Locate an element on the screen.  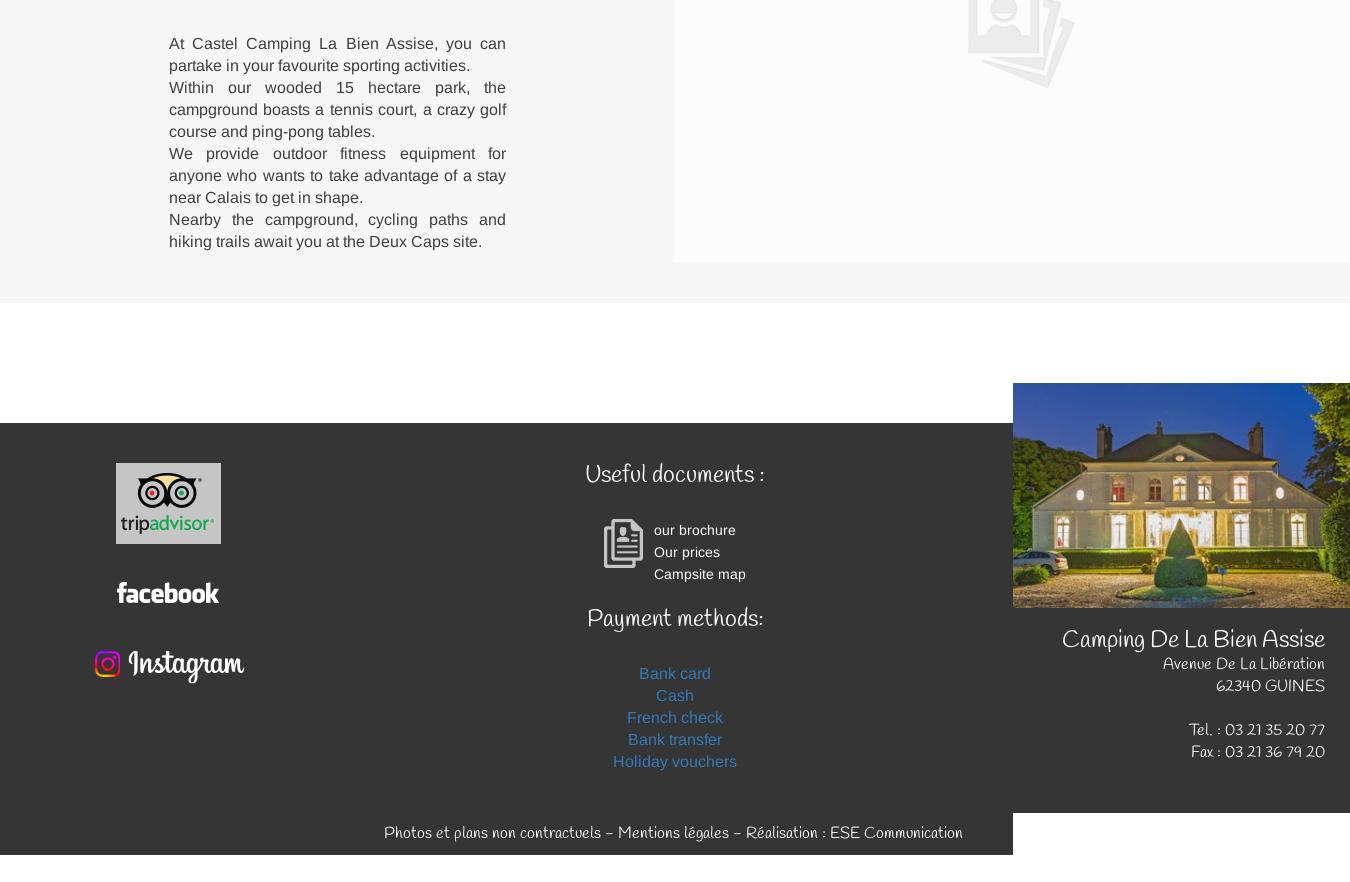
'Our prices' is located at coordinates (686, 551).